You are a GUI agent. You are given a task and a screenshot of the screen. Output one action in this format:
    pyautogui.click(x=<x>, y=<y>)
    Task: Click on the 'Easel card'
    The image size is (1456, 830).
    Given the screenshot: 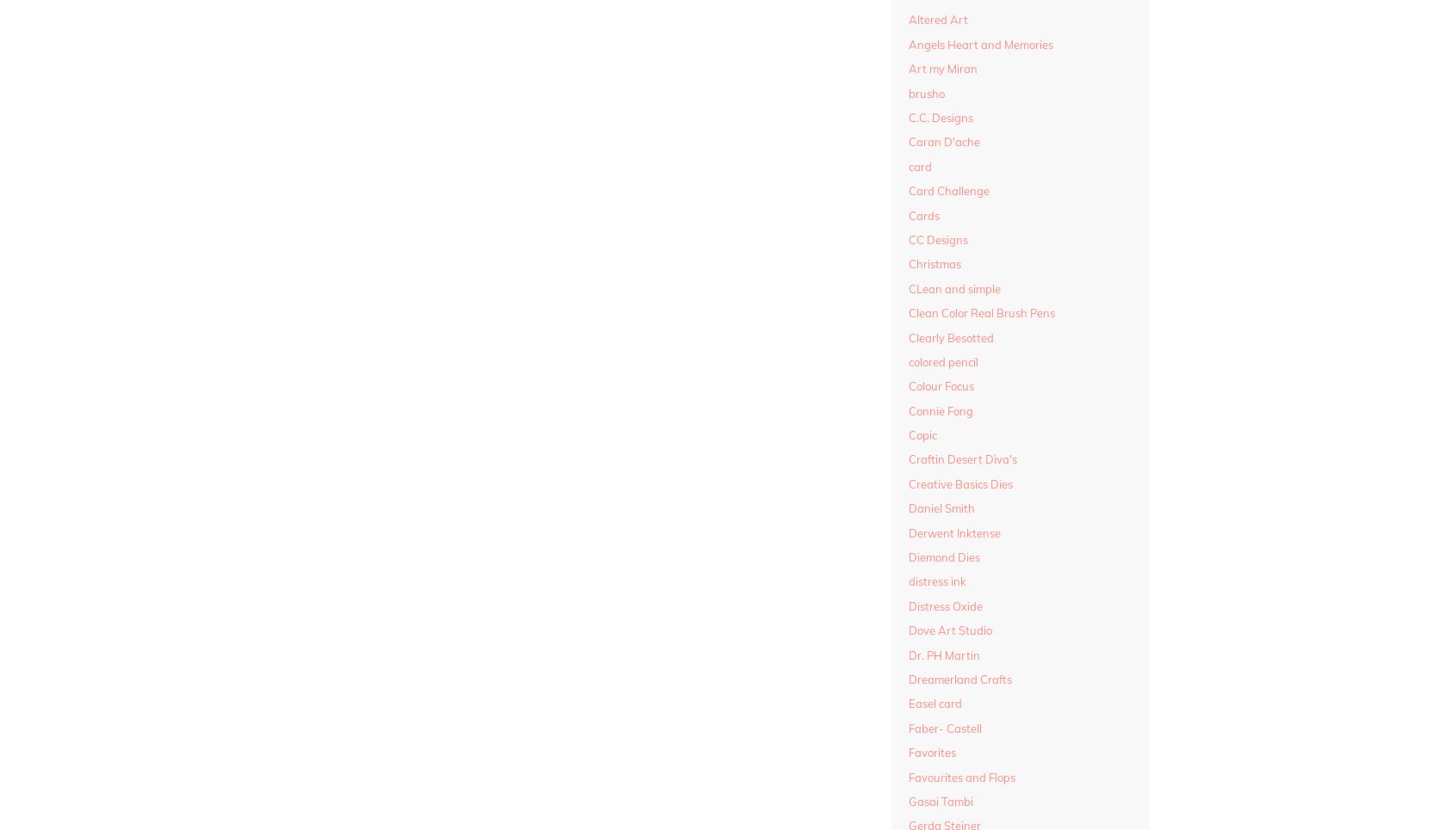 What is the action you would take?
    pyautogui.click(x=934, y=703)
    